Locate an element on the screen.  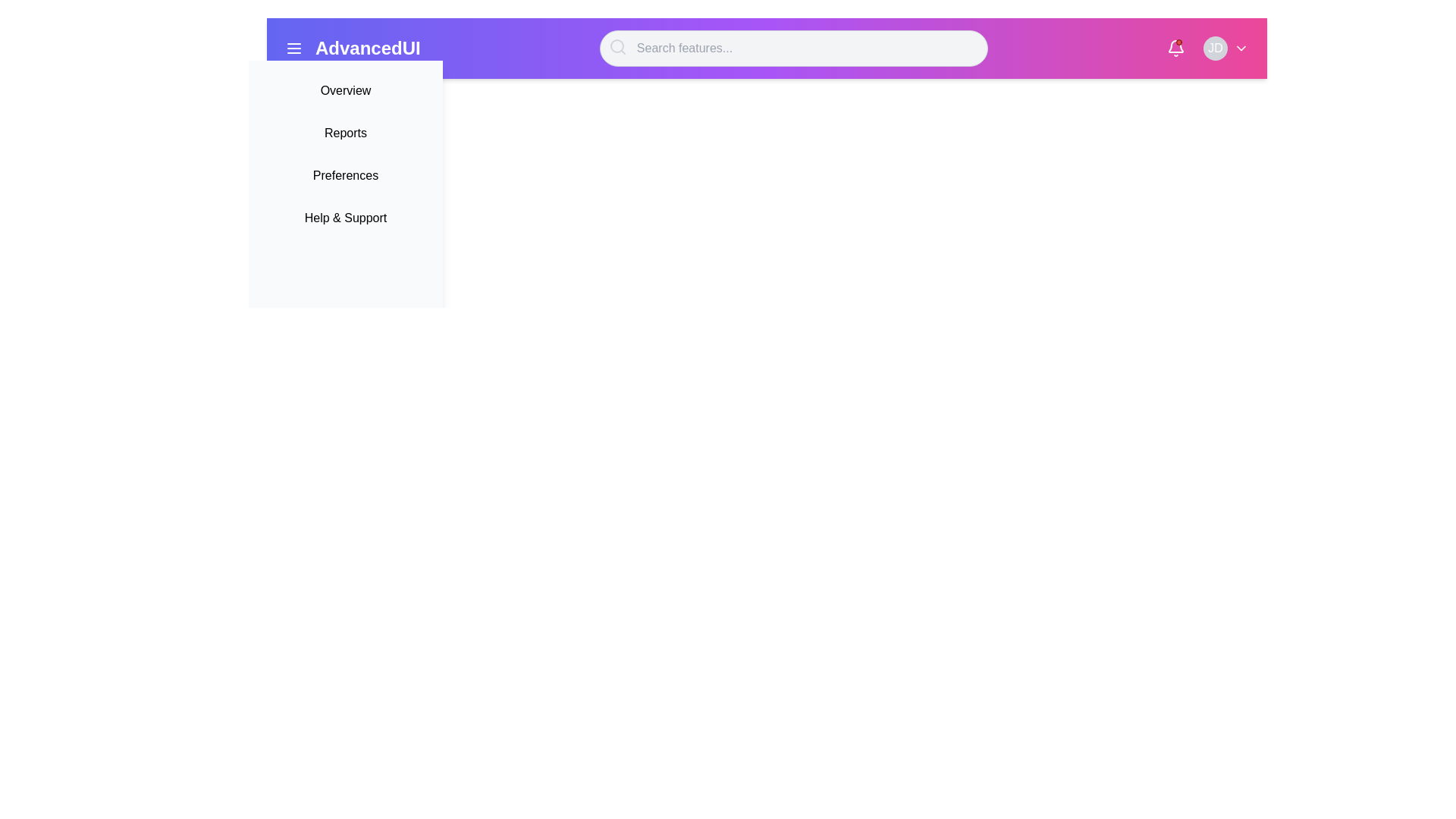
the bell icon representing notifications located in the upper-right corner of the interface for keyboard navigation is located at coordinates (1175, 45).